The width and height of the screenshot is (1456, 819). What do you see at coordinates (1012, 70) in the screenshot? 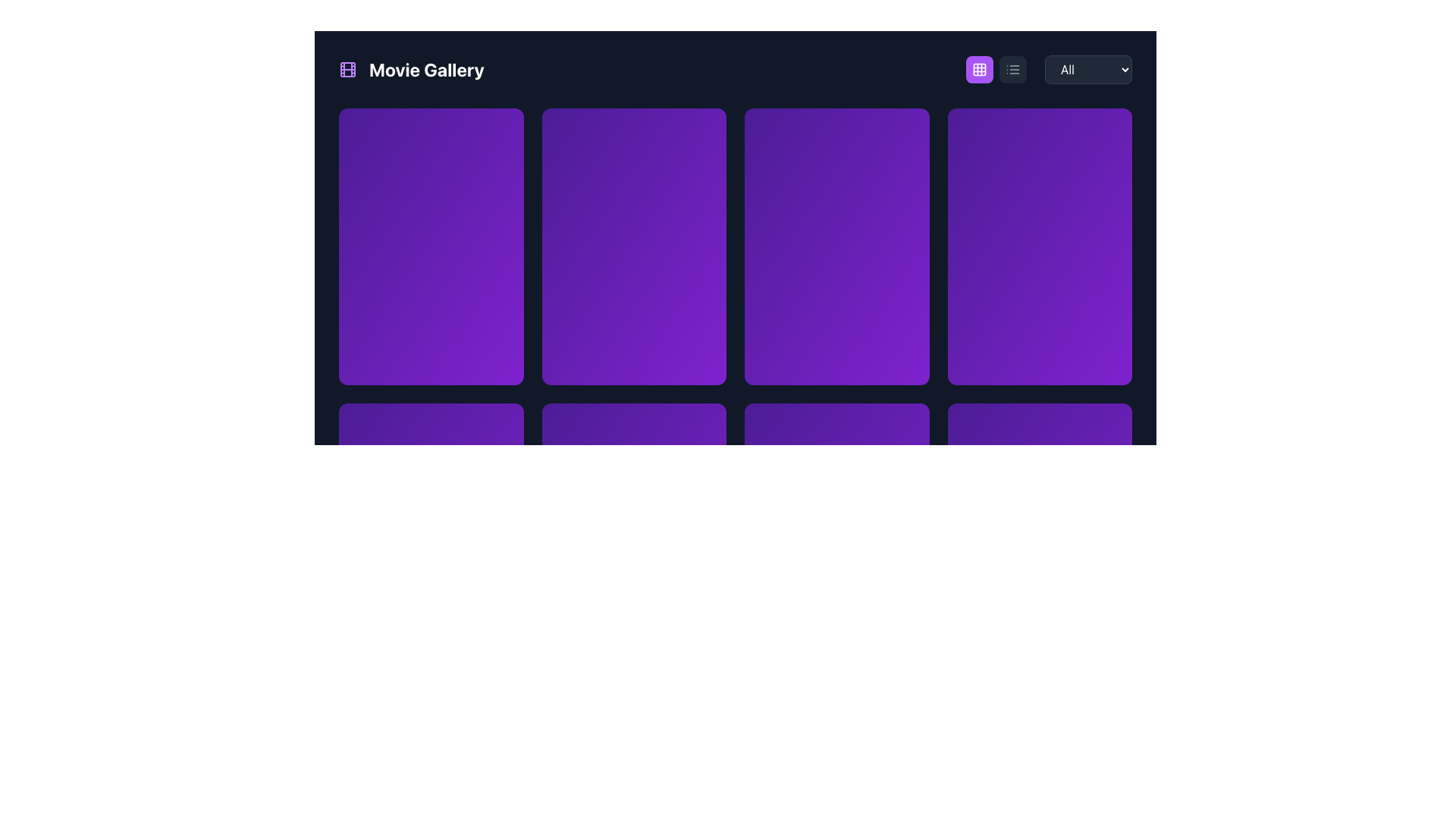
I see `the toggle icon button for switching to a list view layout` at bounding box center [1012, 70].